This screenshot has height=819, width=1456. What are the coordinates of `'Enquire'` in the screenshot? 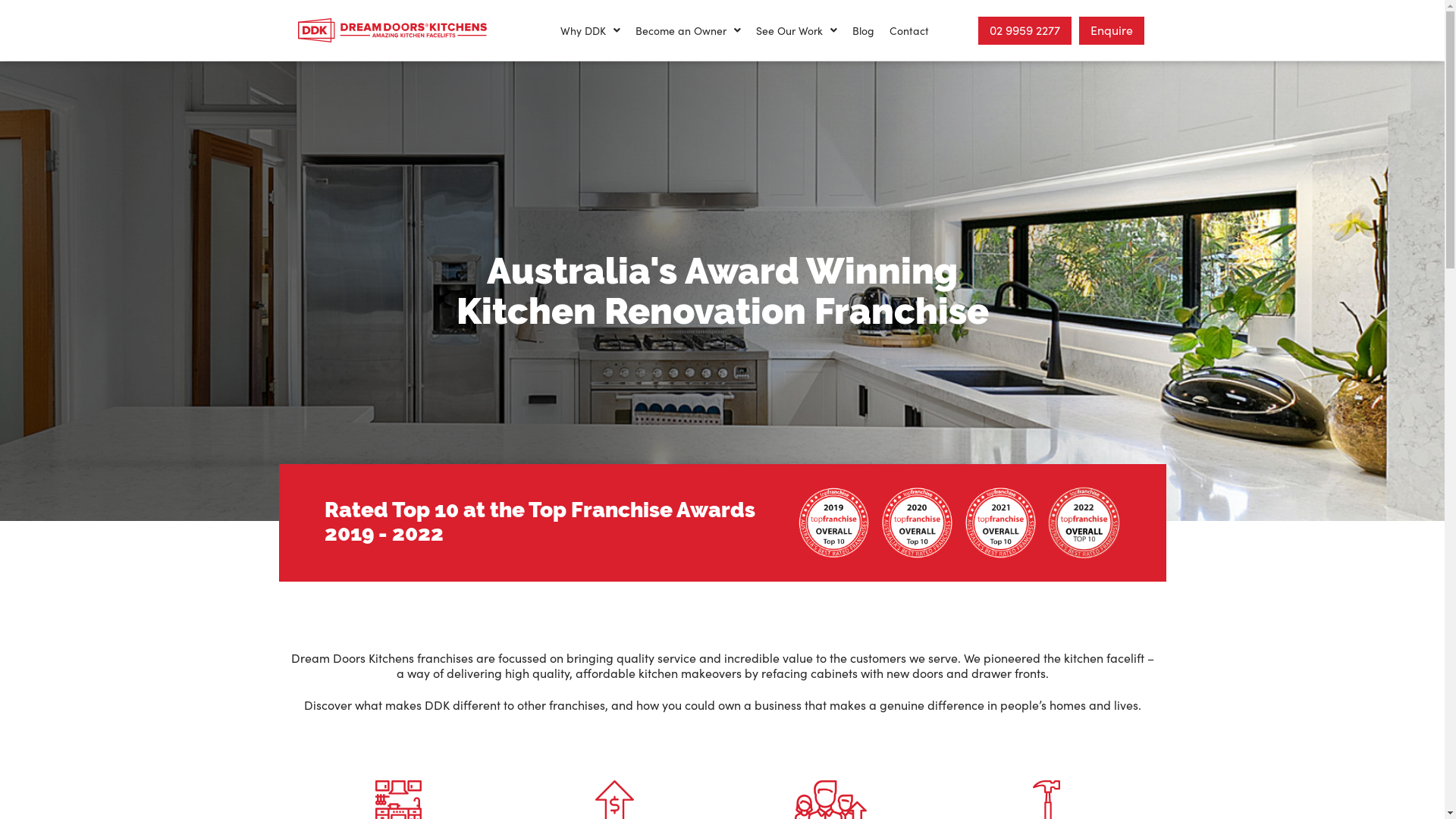 It's located at (1111, 30).